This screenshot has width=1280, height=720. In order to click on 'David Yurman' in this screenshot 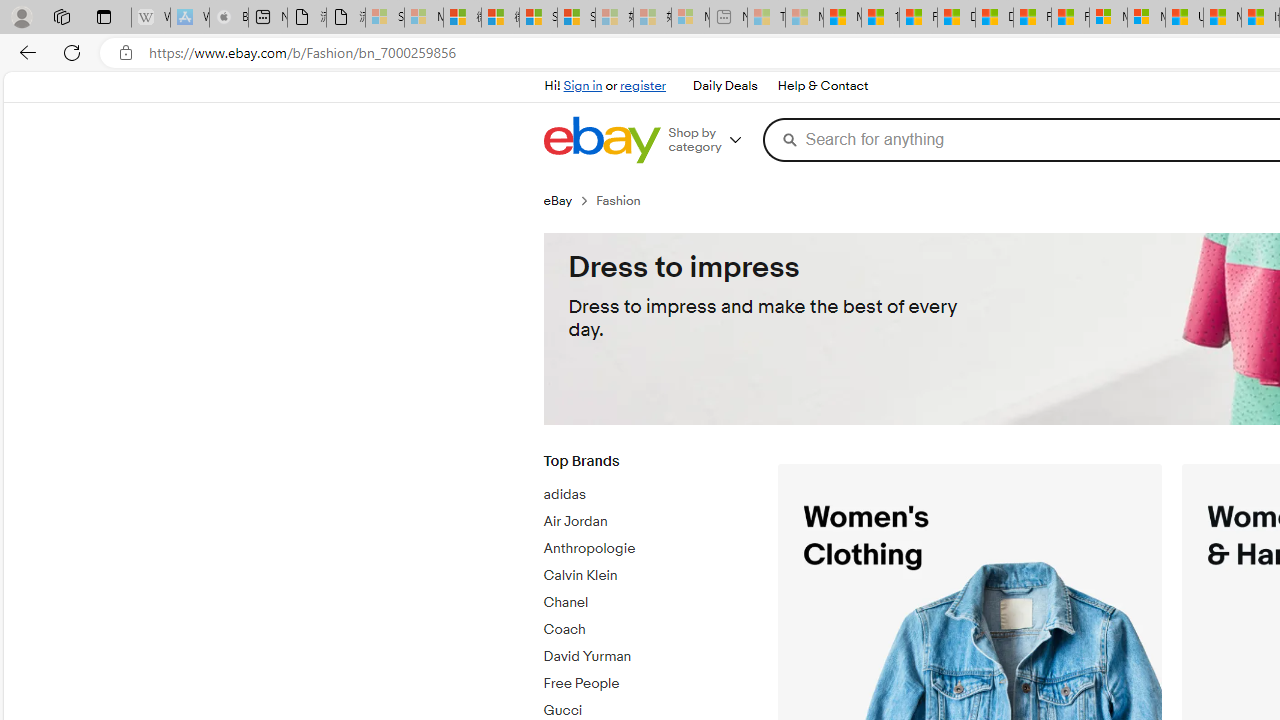, I will do `click(645, 653)`.